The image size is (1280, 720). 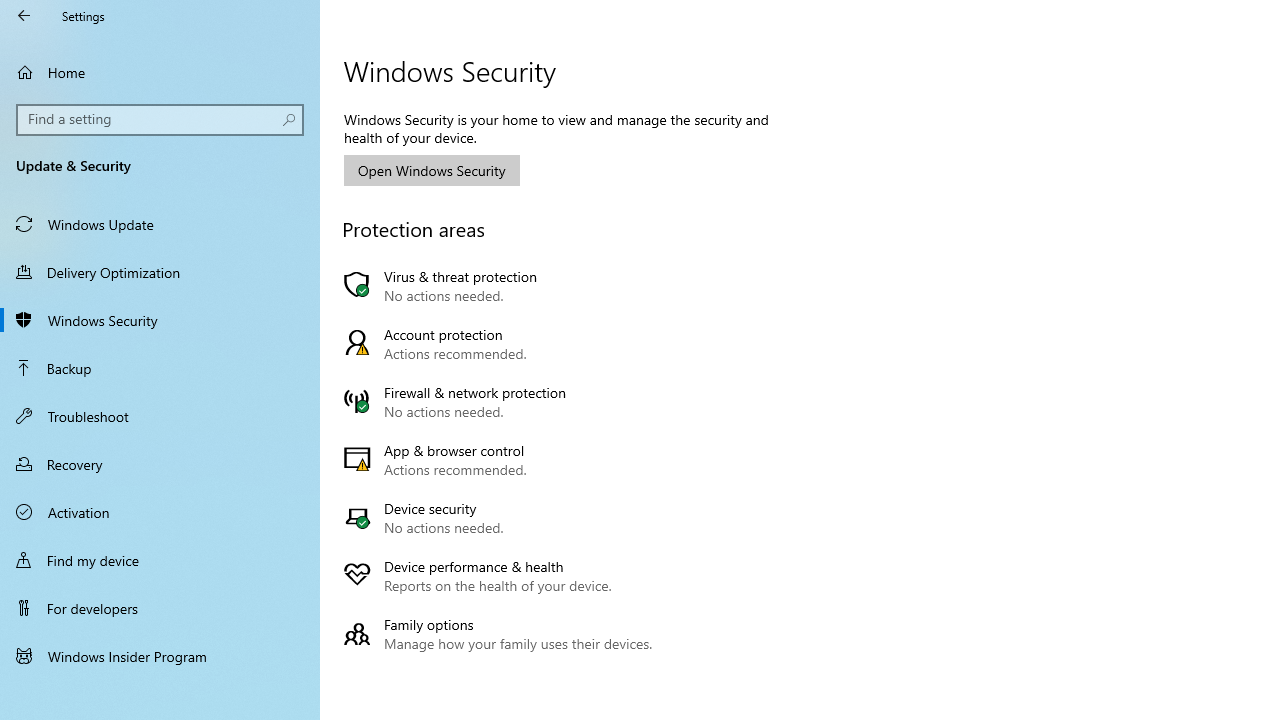 I want to click on 'Troubleshoot', so click(x=160, y=414).